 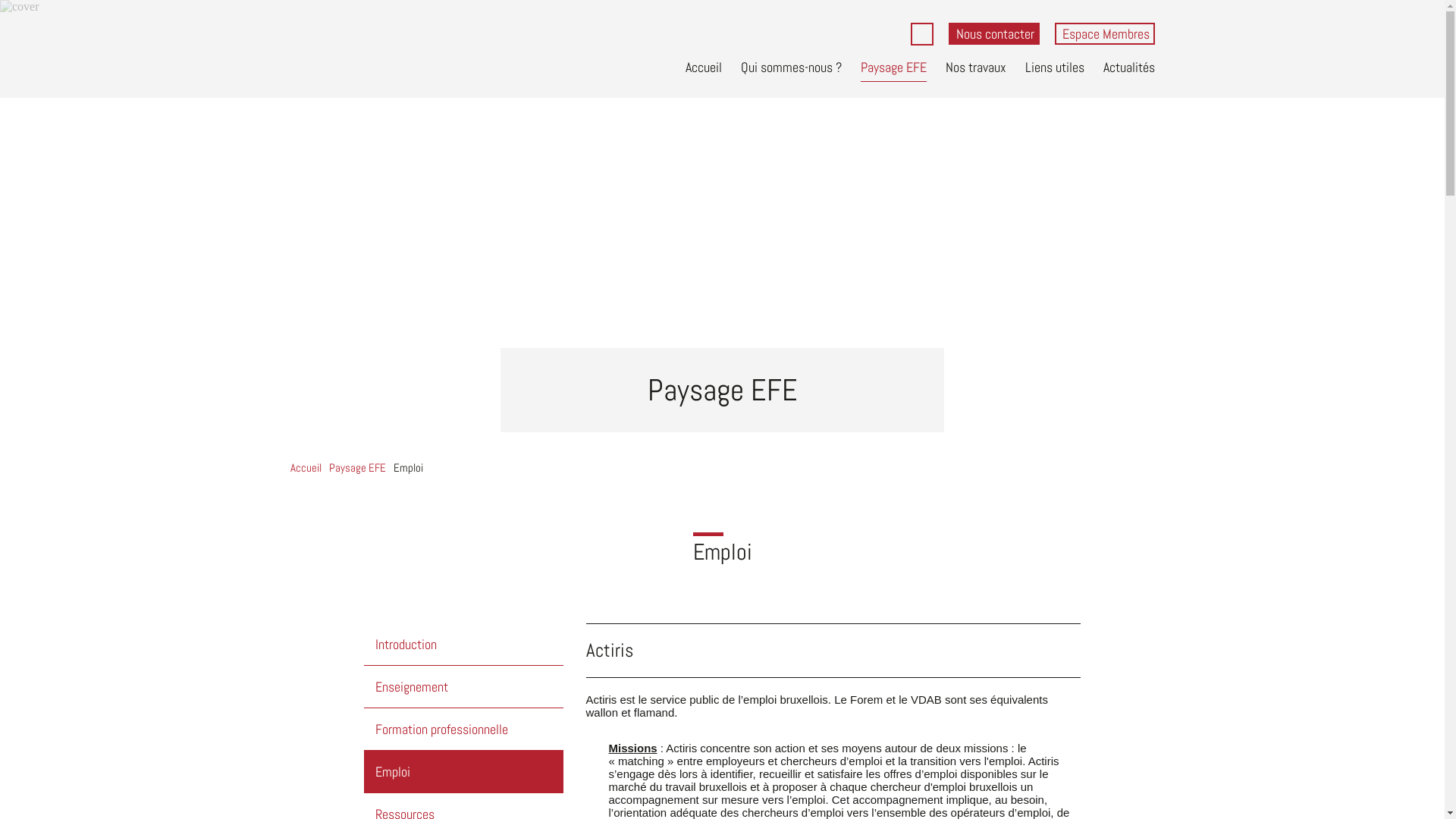 What do you see at coordinates (608, 606) in the screenshot?
I see `'Actiris'` at bounding box center [608, 606].